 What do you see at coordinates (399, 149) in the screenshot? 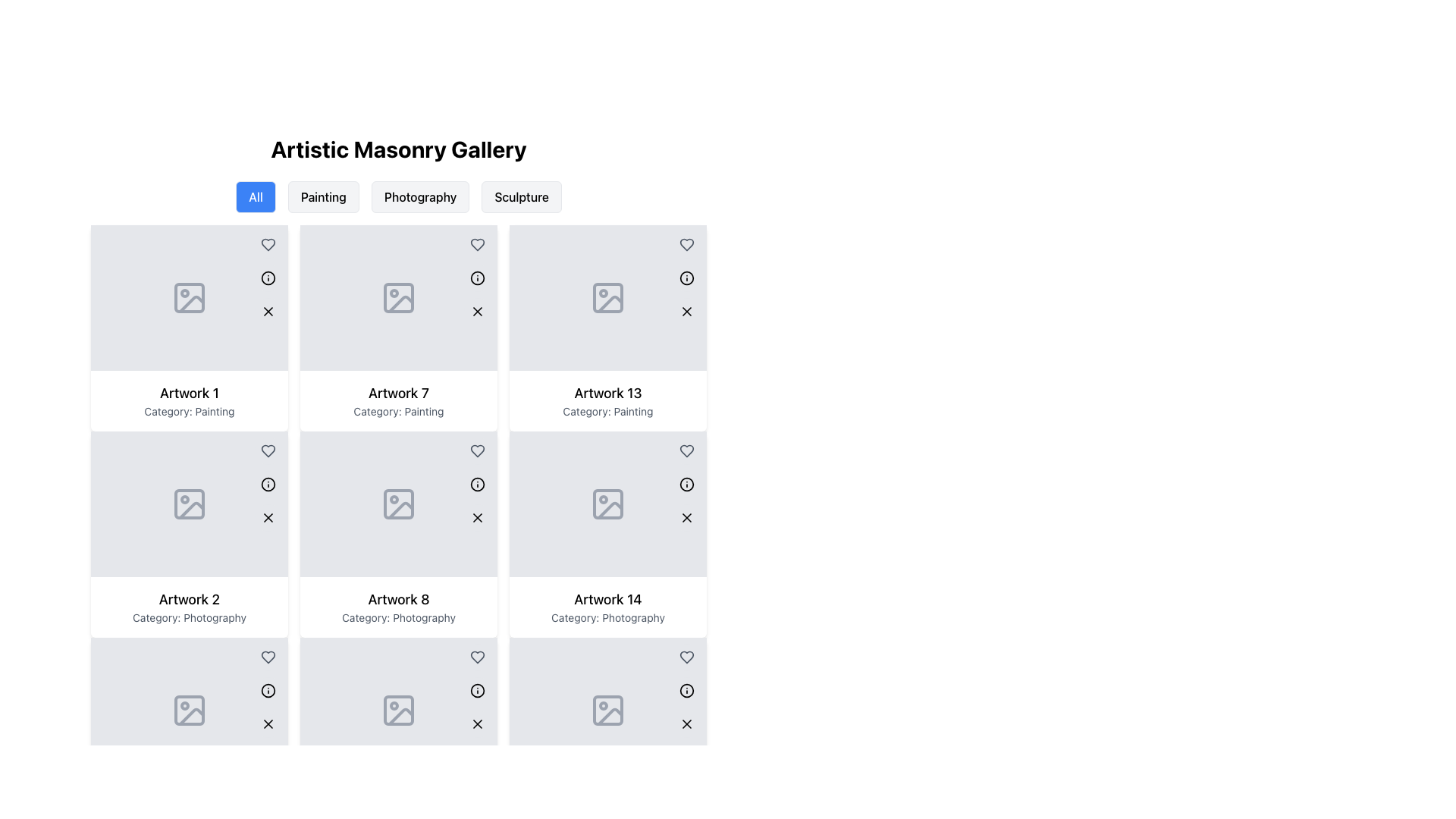
I see `text content of the prominent title 'Artistic Masonry Gallery' displayed in a bold and large font at the top center of the interface` at bounding box center [399, 149].